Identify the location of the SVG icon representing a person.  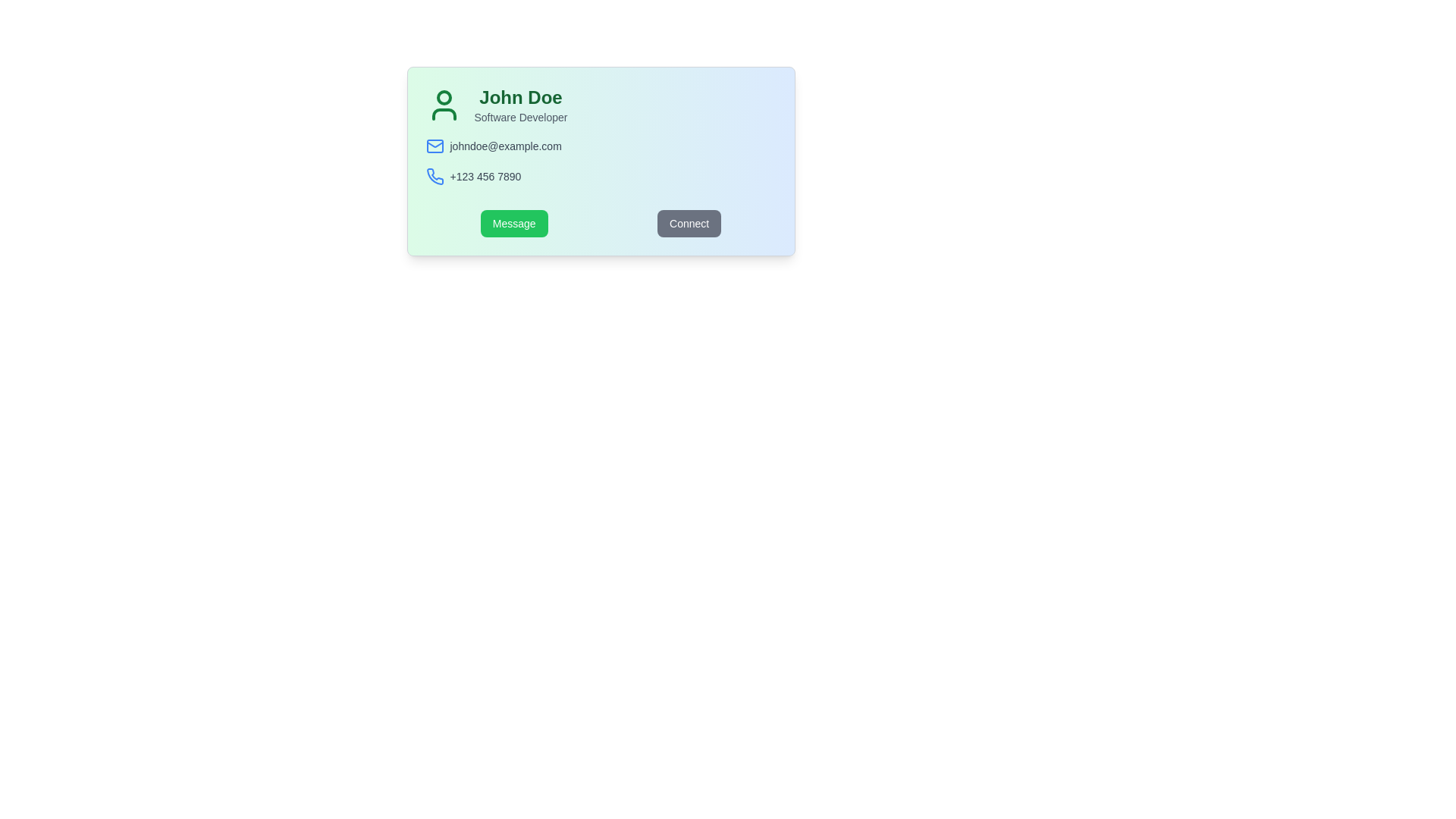
(443, 104).